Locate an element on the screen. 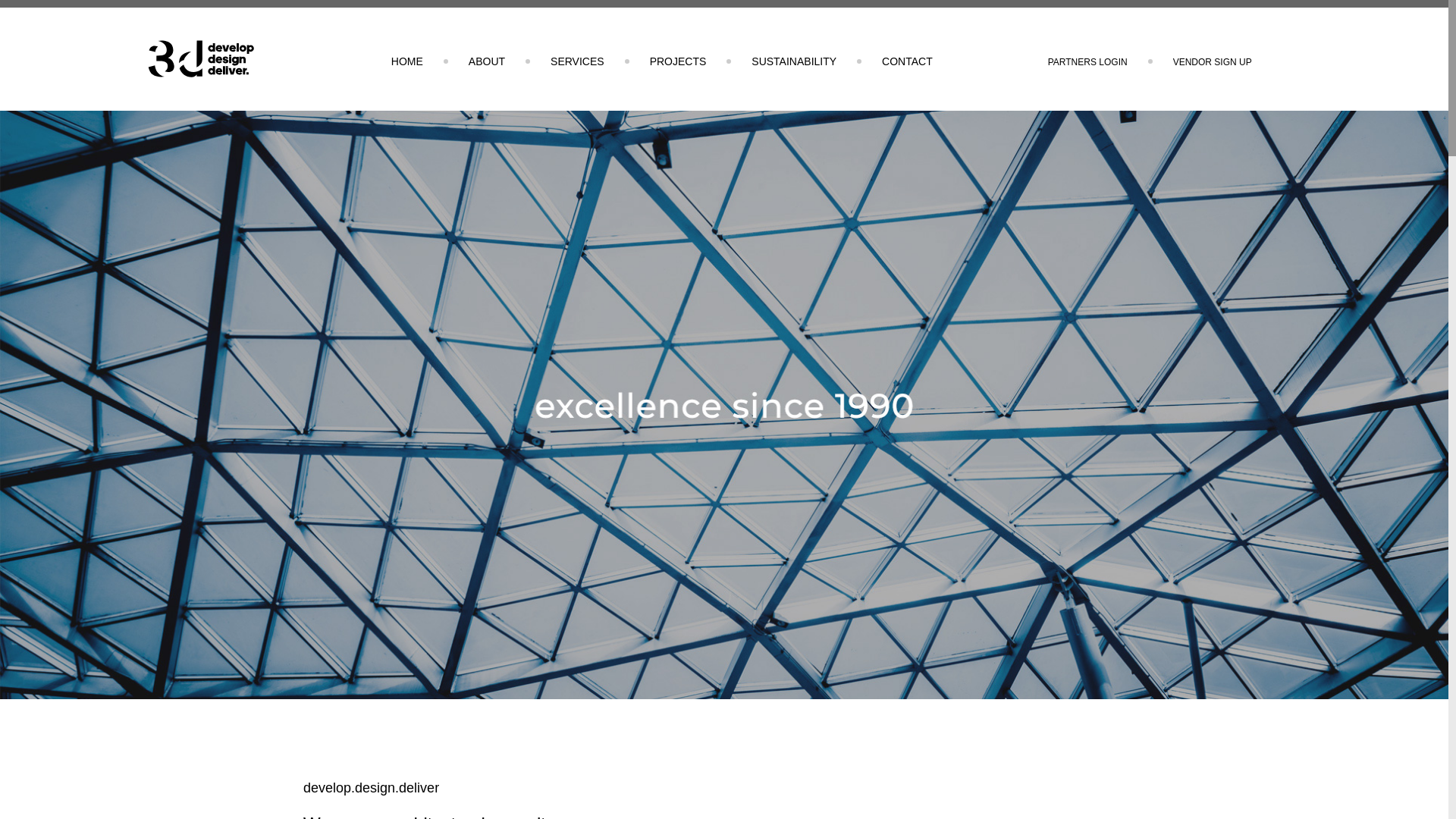 This screenshot has height=819, width=1456. 'VENDOR SIGN UP' is located at coordinates (1172, 61).